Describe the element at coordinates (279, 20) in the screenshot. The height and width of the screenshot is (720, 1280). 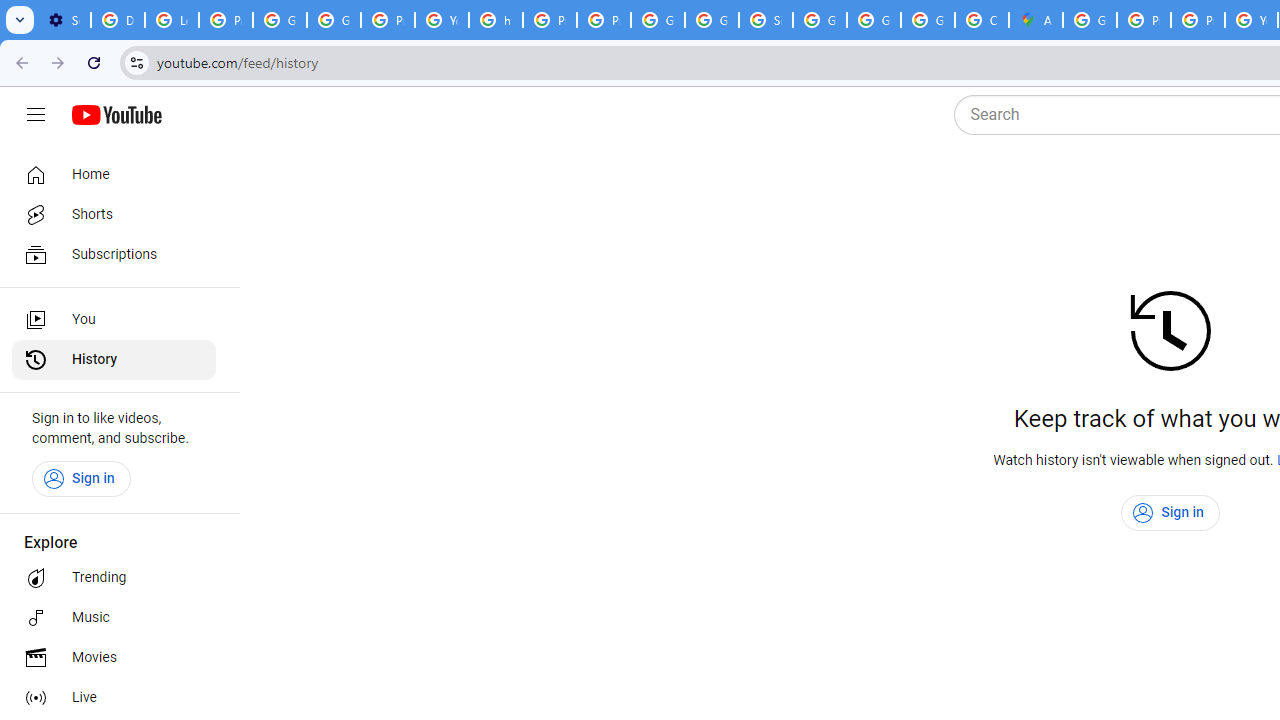
I see `'Google Account Help'` at that location.